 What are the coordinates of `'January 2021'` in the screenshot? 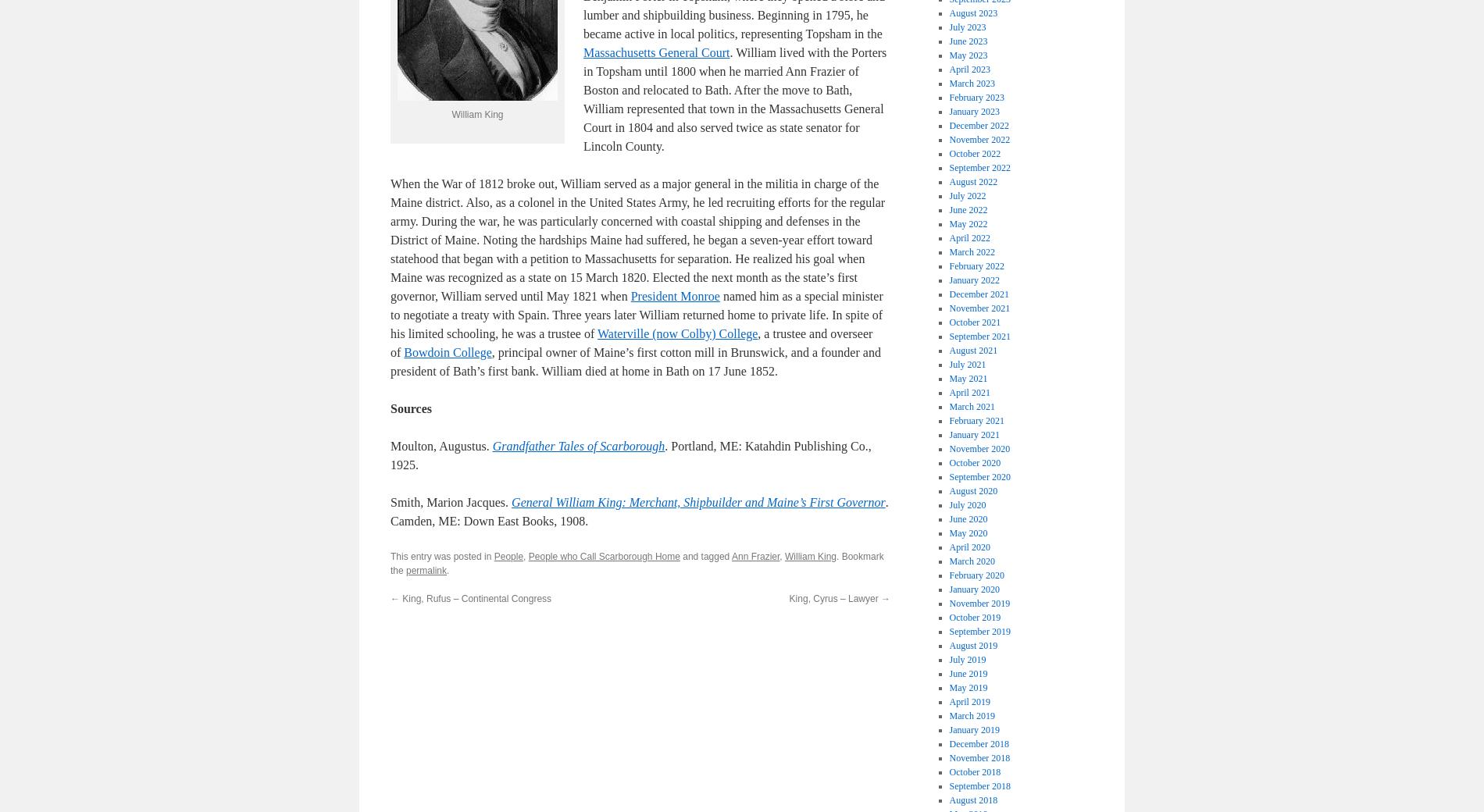 It's located at (948, 434).